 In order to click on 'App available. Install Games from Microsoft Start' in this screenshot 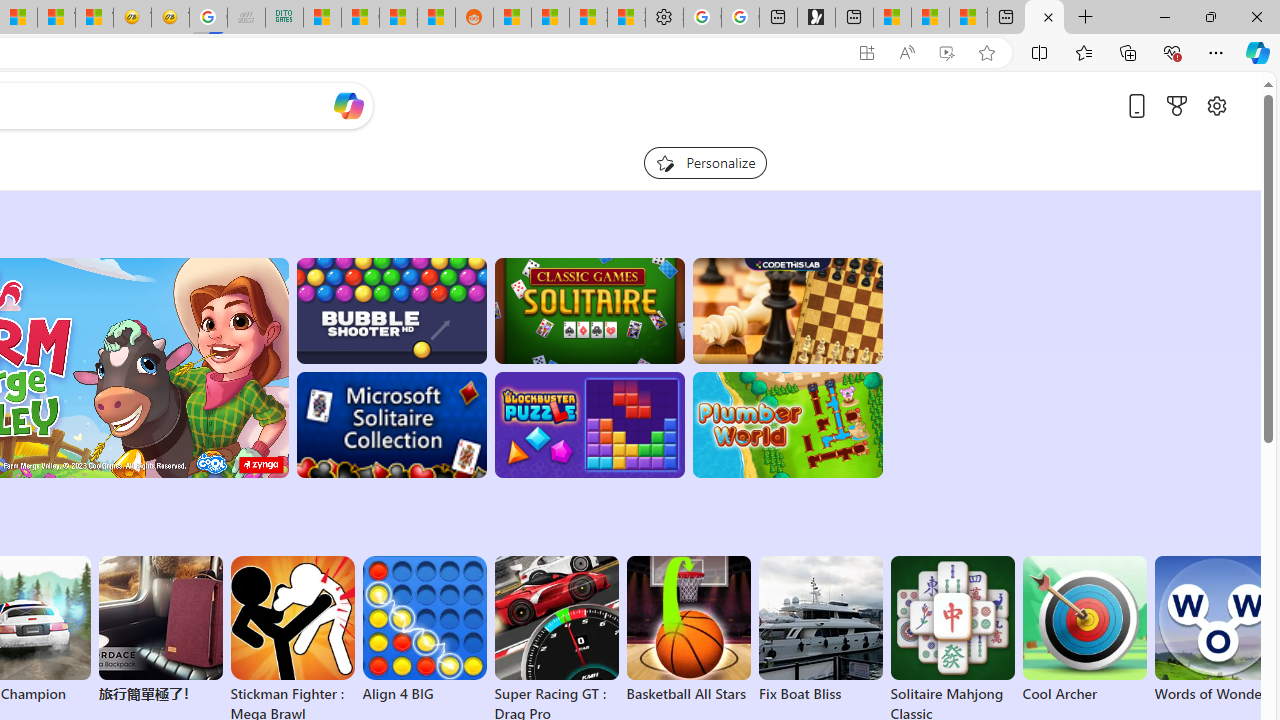, I will do `click(867, 52)`.